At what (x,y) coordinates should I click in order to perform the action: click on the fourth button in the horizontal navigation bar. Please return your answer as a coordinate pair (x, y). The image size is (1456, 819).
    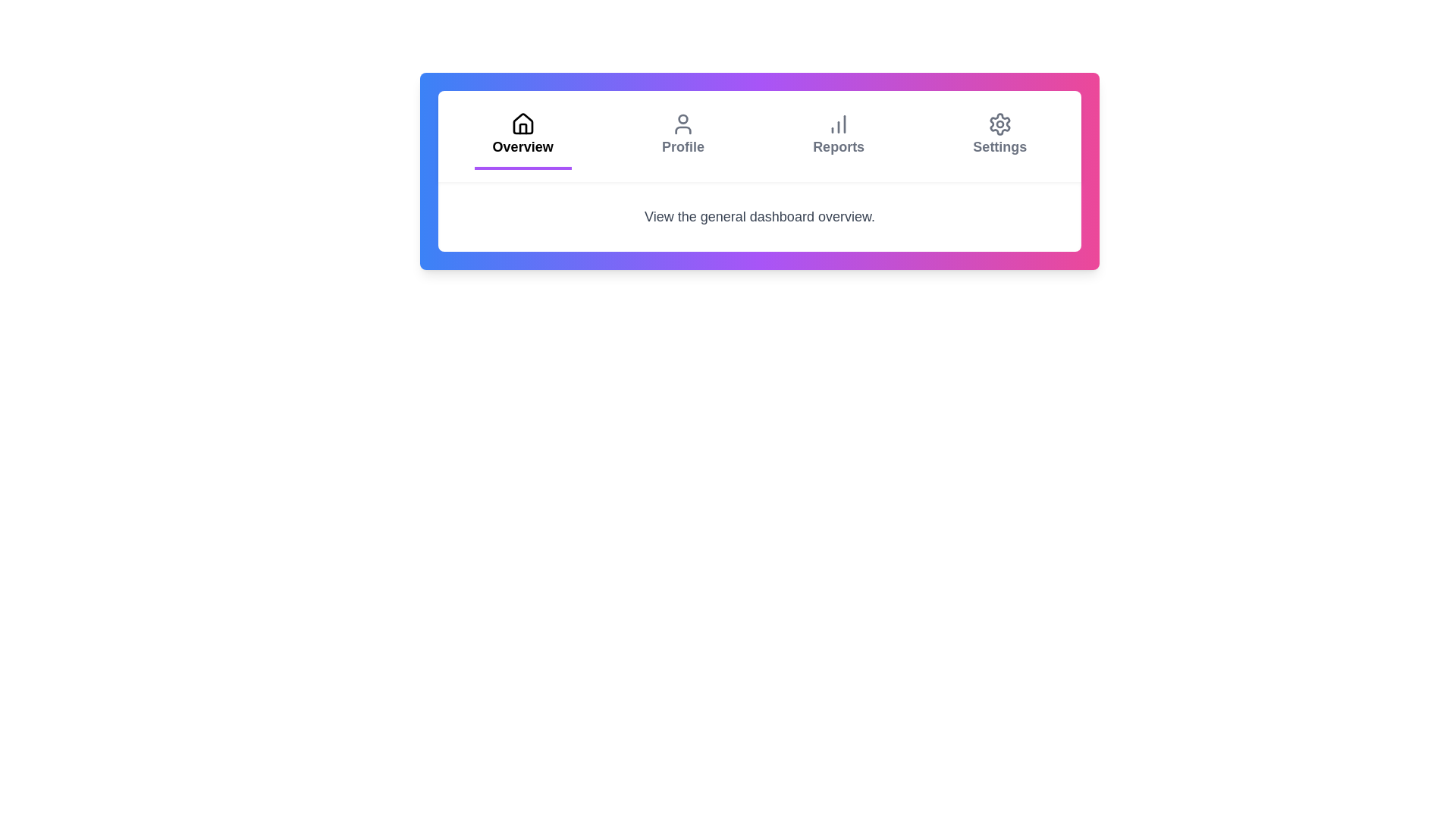
    Looking at the image, I should click on (999, 136).